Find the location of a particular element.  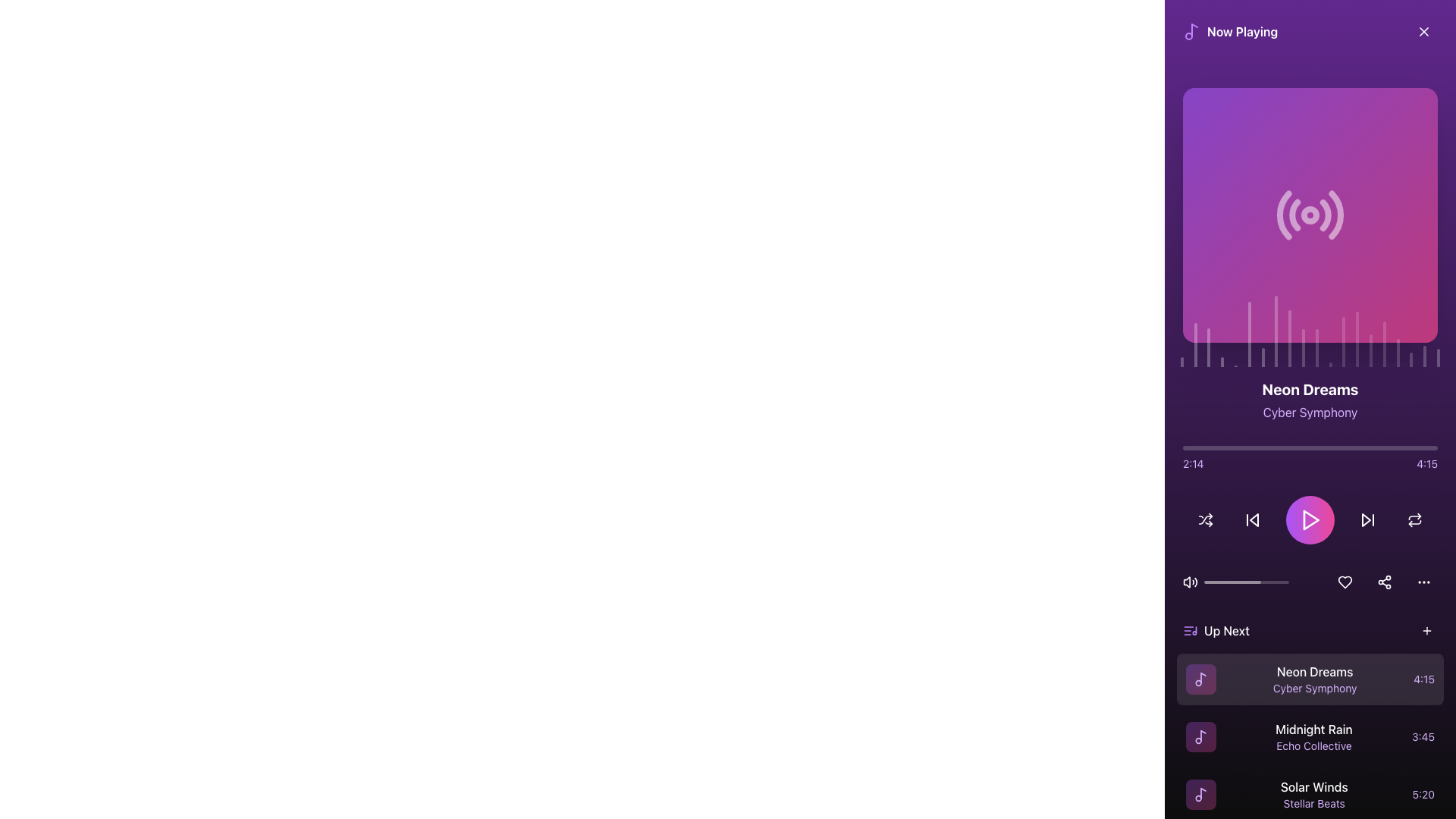

the ellipsis menu icon located in the bottom-right section of the media player interface is located at coordinates (1423, 581).